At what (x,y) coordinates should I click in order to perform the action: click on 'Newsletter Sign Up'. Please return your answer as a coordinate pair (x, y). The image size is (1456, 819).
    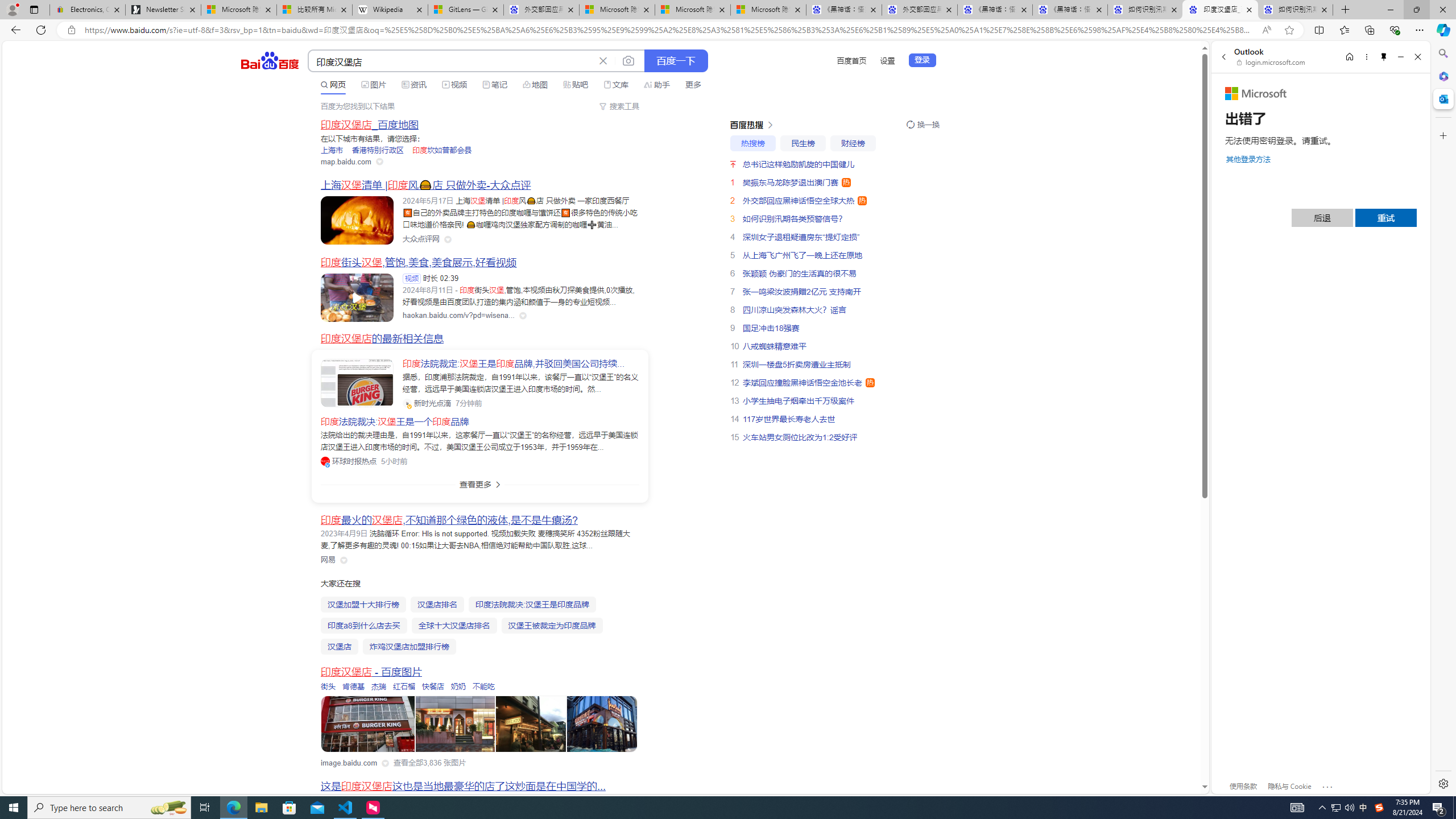
    Looking at the image, I should click on (162, 9).